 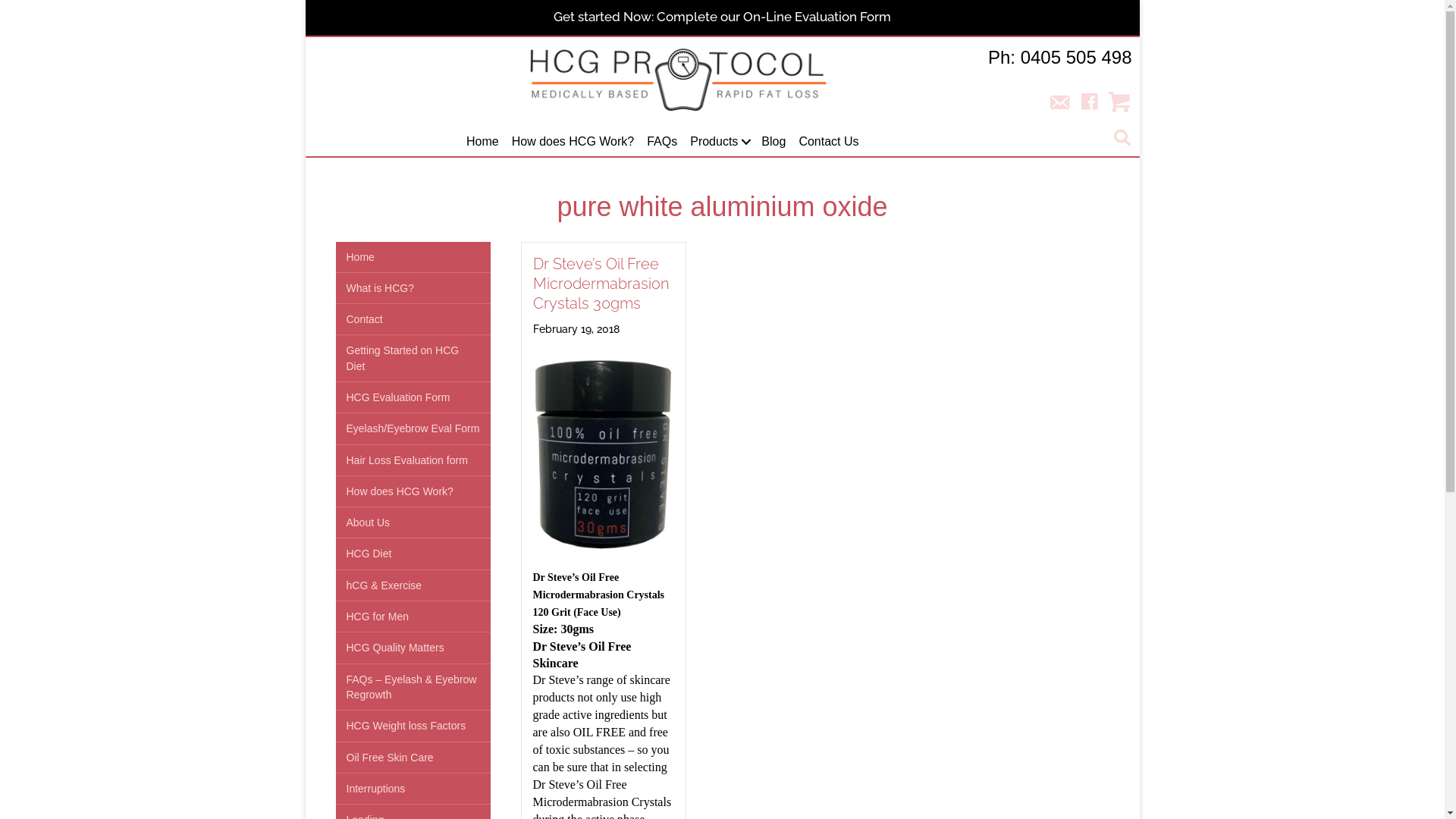 What do you see at coordinates (412, 459) in the screenshot?
I see `'Hair Loss Evaluation form'` at bounding box center [412, 459].